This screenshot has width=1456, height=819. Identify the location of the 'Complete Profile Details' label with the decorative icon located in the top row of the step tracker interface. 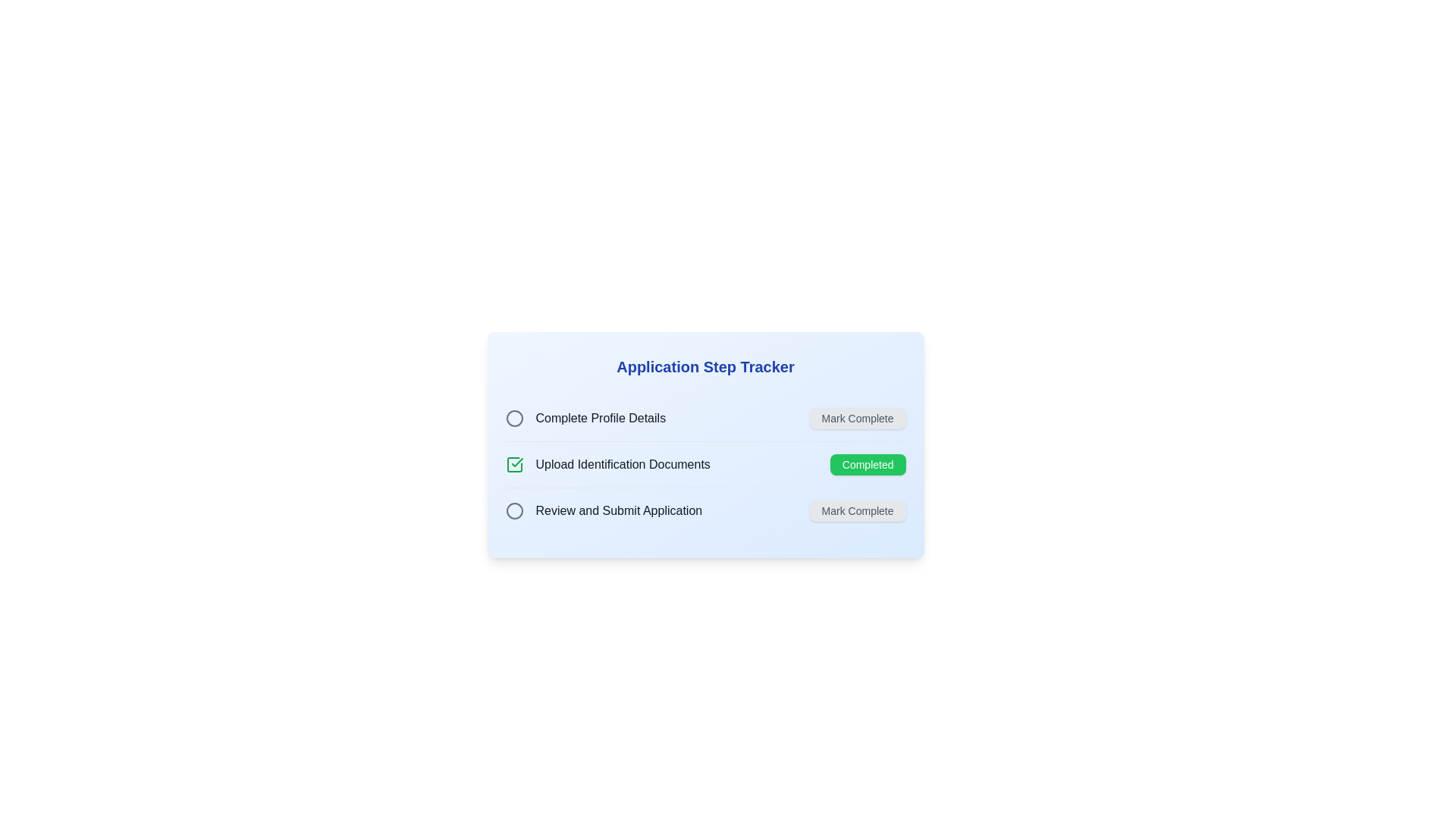
(585, 418).